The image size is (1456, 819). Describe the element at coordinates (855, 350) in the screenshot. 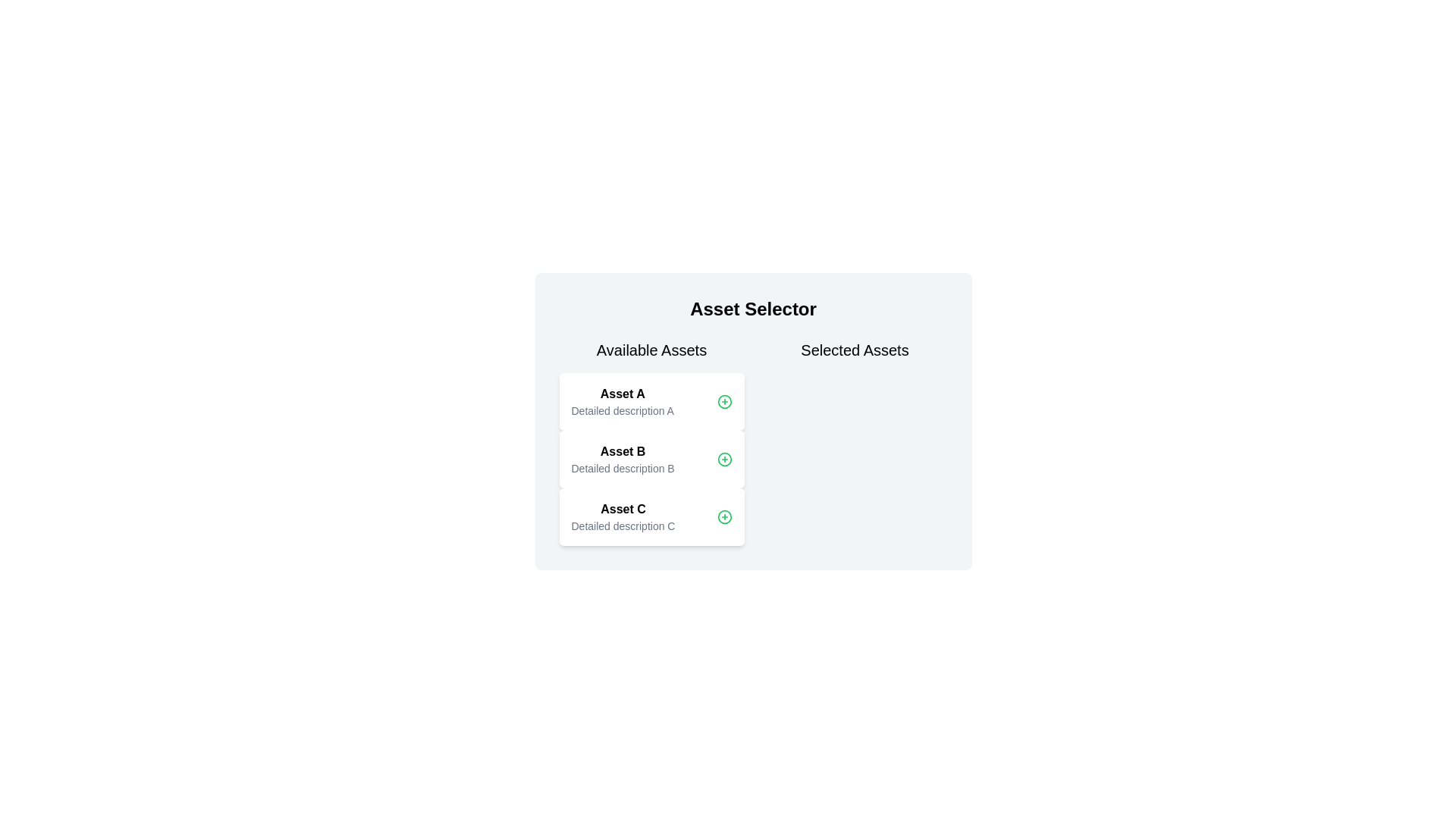

I see `the Text Label indicating the section for selected assets located near the top-right of the 'Asset Selector', to the right of 'Available Assets'` at that location.